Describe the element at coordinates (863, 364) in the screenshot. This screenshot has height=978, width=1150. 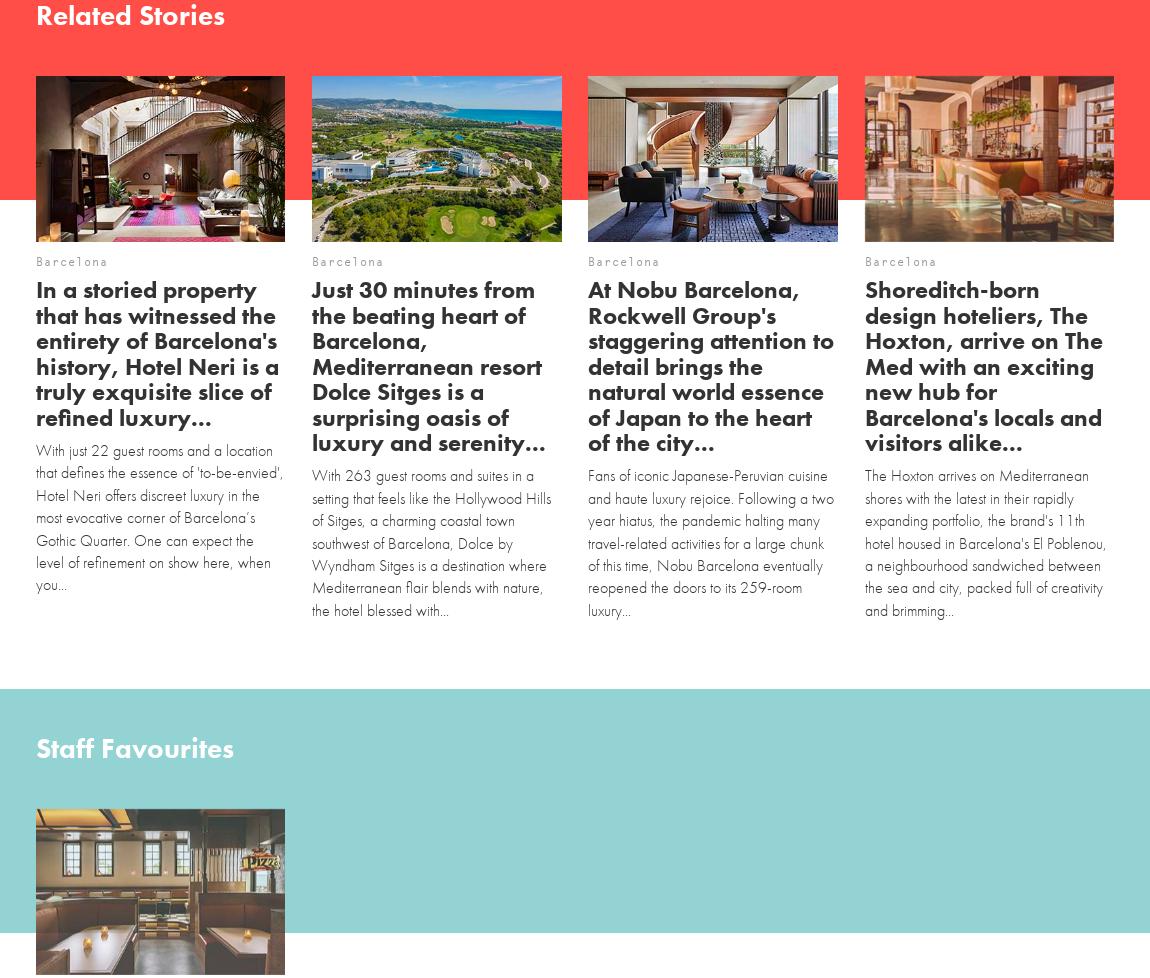
I see `'Shoreditch-born design hoteliers, The Hoxton, arrive on The Med with an exciting new hub for Barcelona's locals and visitors alike...'` at that location.